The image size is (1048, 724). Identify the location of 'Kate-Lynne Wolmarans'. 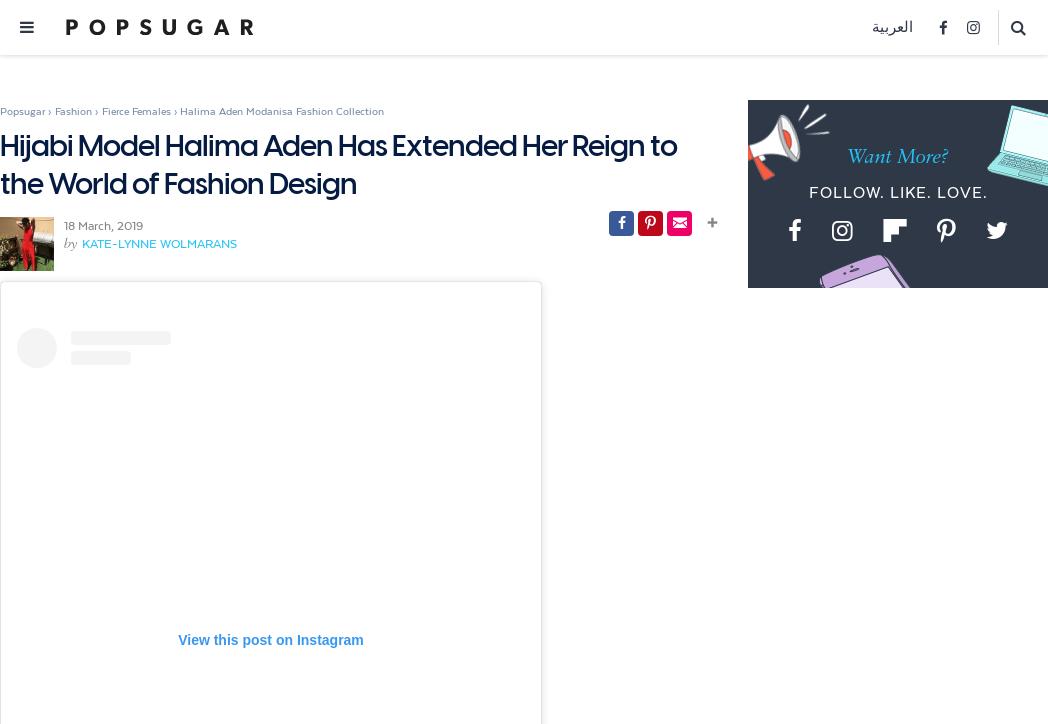
(159, 243).